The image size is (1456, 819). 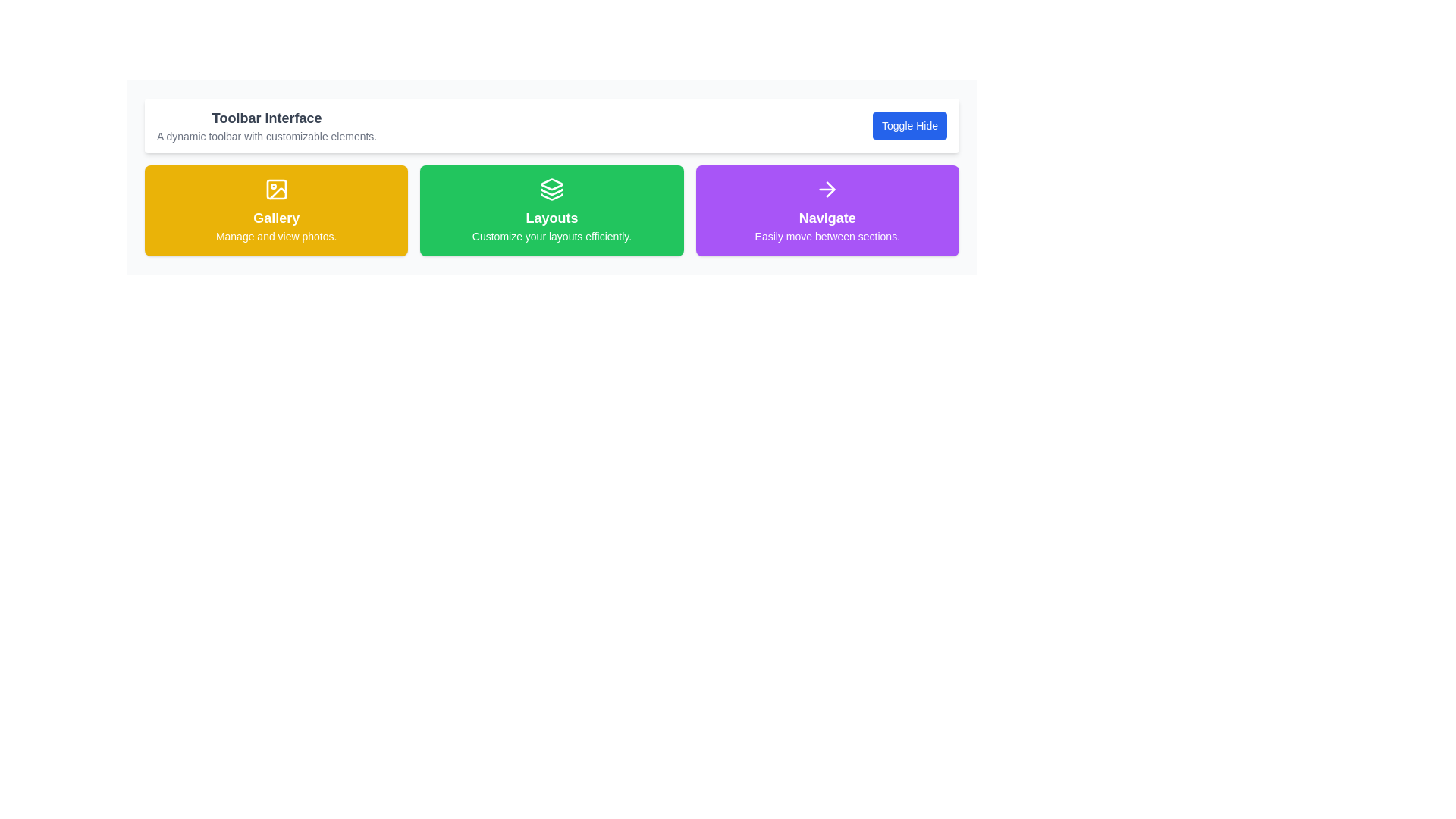 What do you see at coordinates (276, 237) in the screenshot?
I see `the descriptive text label located centrally within the yellow card labeled 'Gallery', which provides subtext for the 'Gallery' section` at bounding box center [276, 237].